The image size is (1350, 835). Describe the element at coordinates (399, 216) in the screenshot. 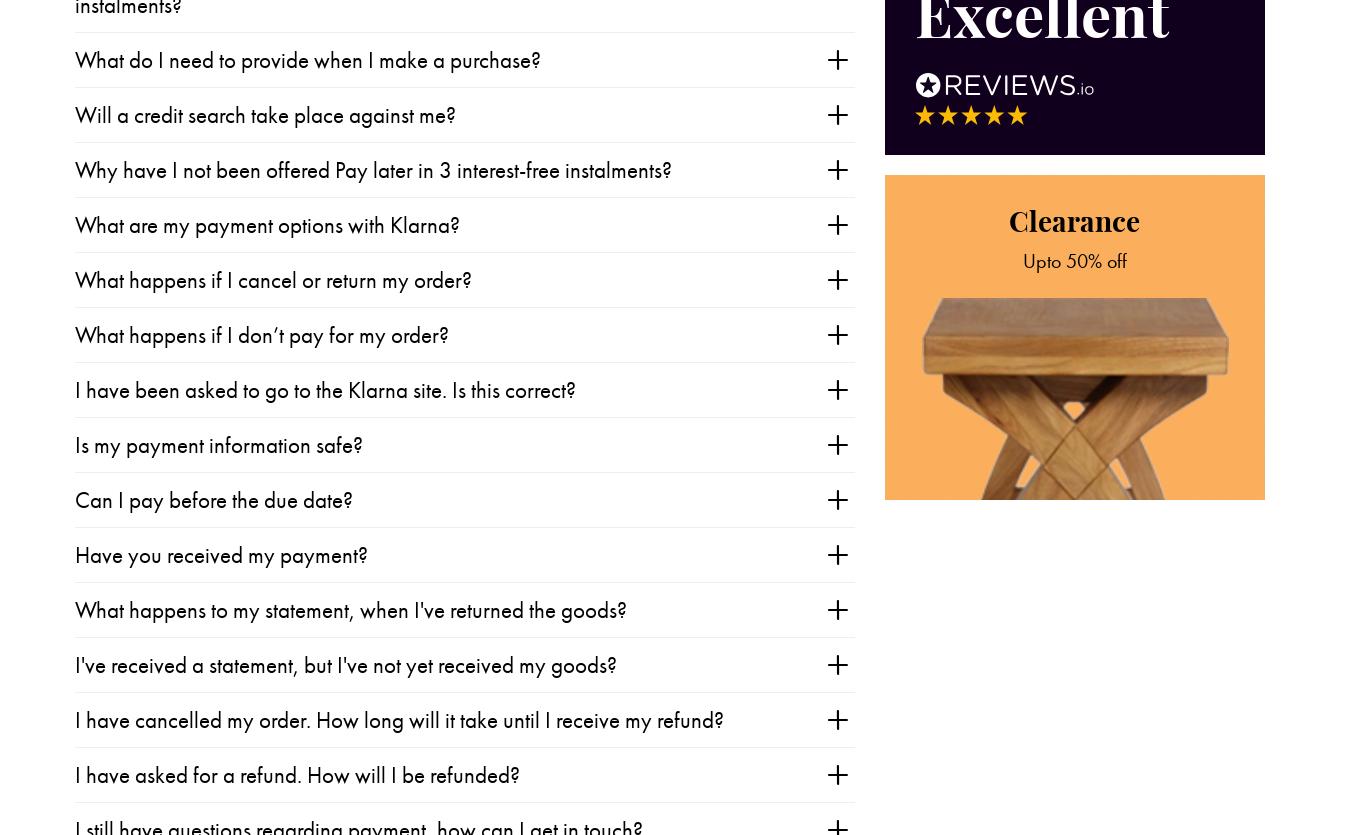

I see `'I have cancelled my order. How long will it take until I receive my refund?'` at that location.